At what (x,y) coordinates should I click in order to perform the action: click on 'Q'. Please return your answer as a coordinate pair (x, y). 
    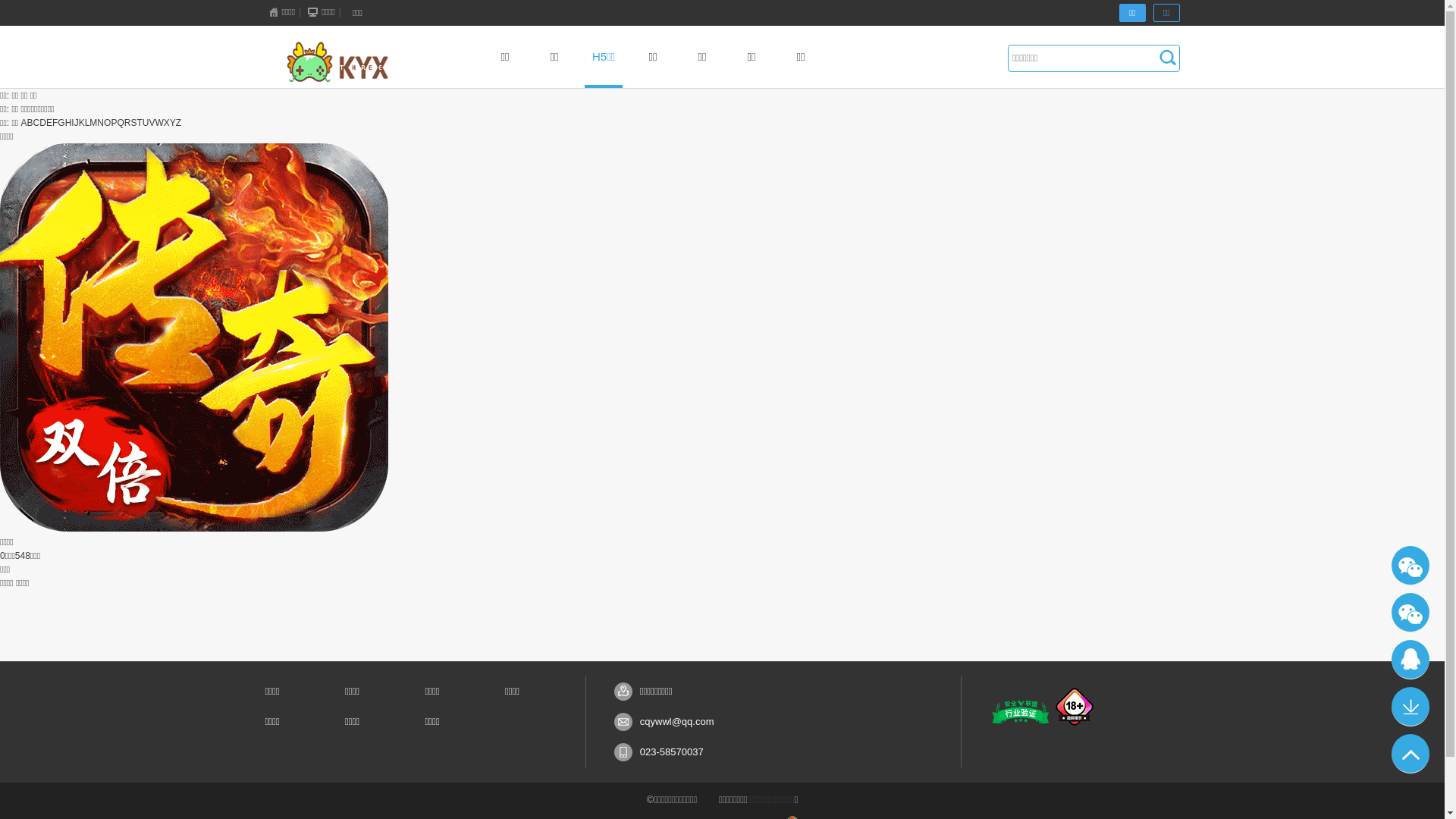
    Looking at the image, I should click on (115, 122).